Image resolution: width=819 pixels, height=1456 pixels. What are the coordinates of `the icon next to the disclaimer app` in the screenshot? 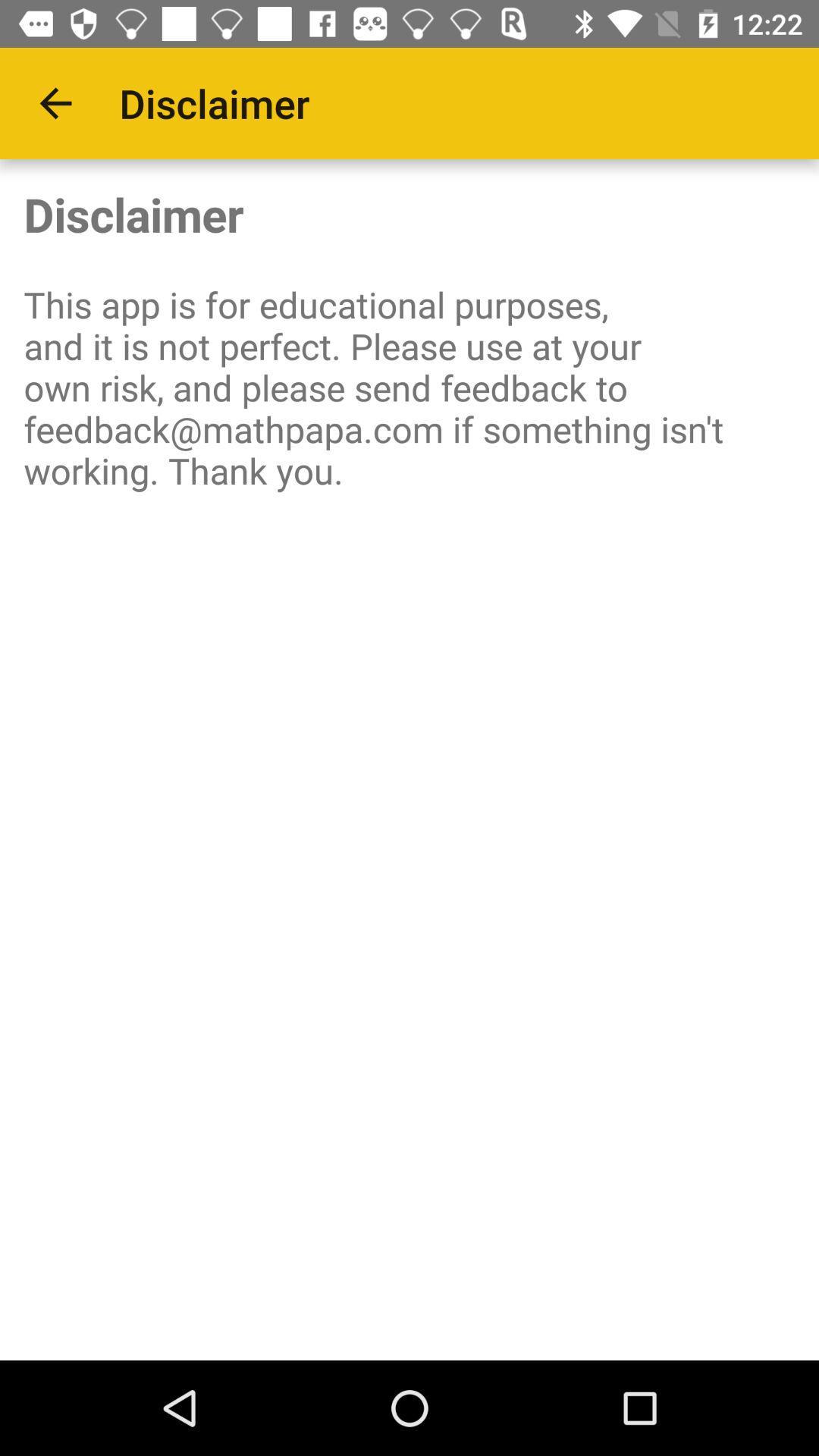 It's located at (55, 102).